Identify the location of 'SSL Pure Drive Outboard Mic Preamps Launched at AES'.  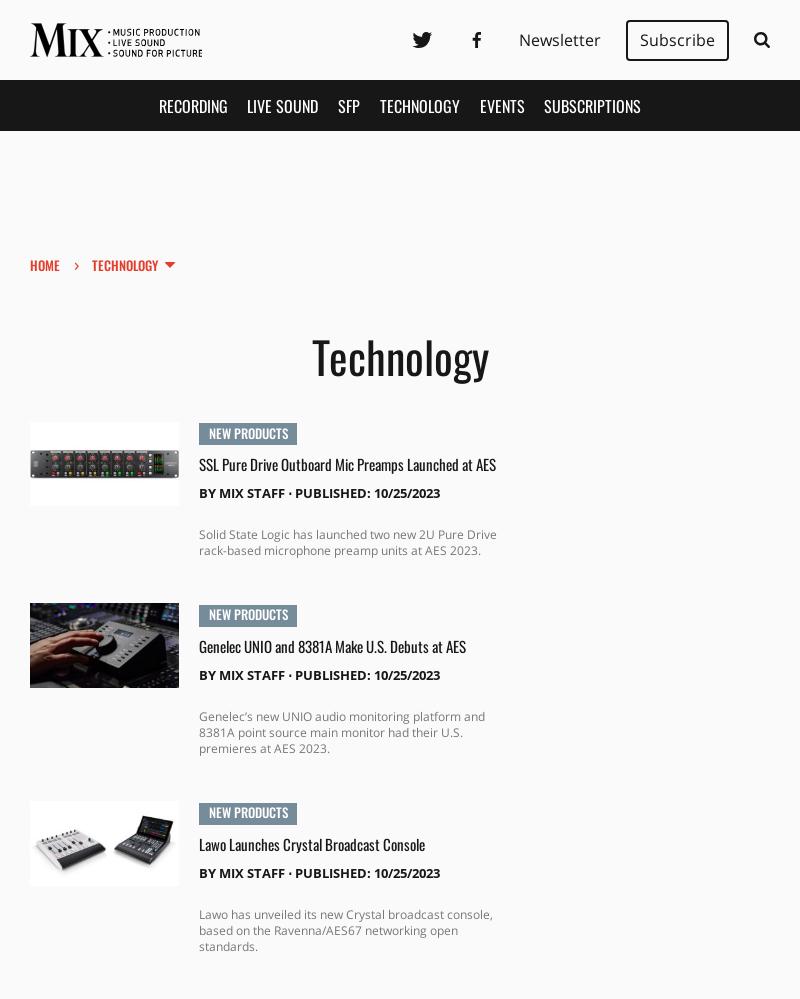
(346, 463).